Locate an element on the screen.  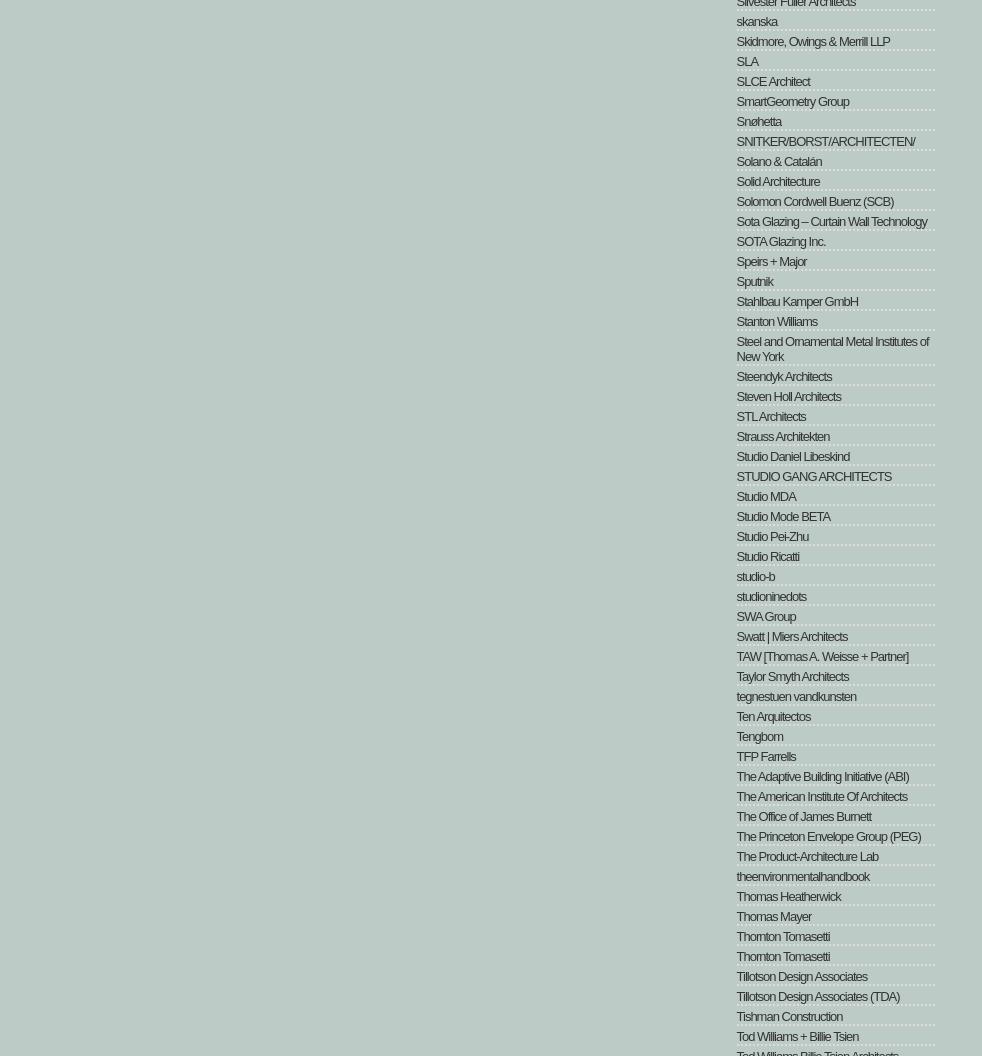
'SLCE Architect' is located at coordinates (772, 80).